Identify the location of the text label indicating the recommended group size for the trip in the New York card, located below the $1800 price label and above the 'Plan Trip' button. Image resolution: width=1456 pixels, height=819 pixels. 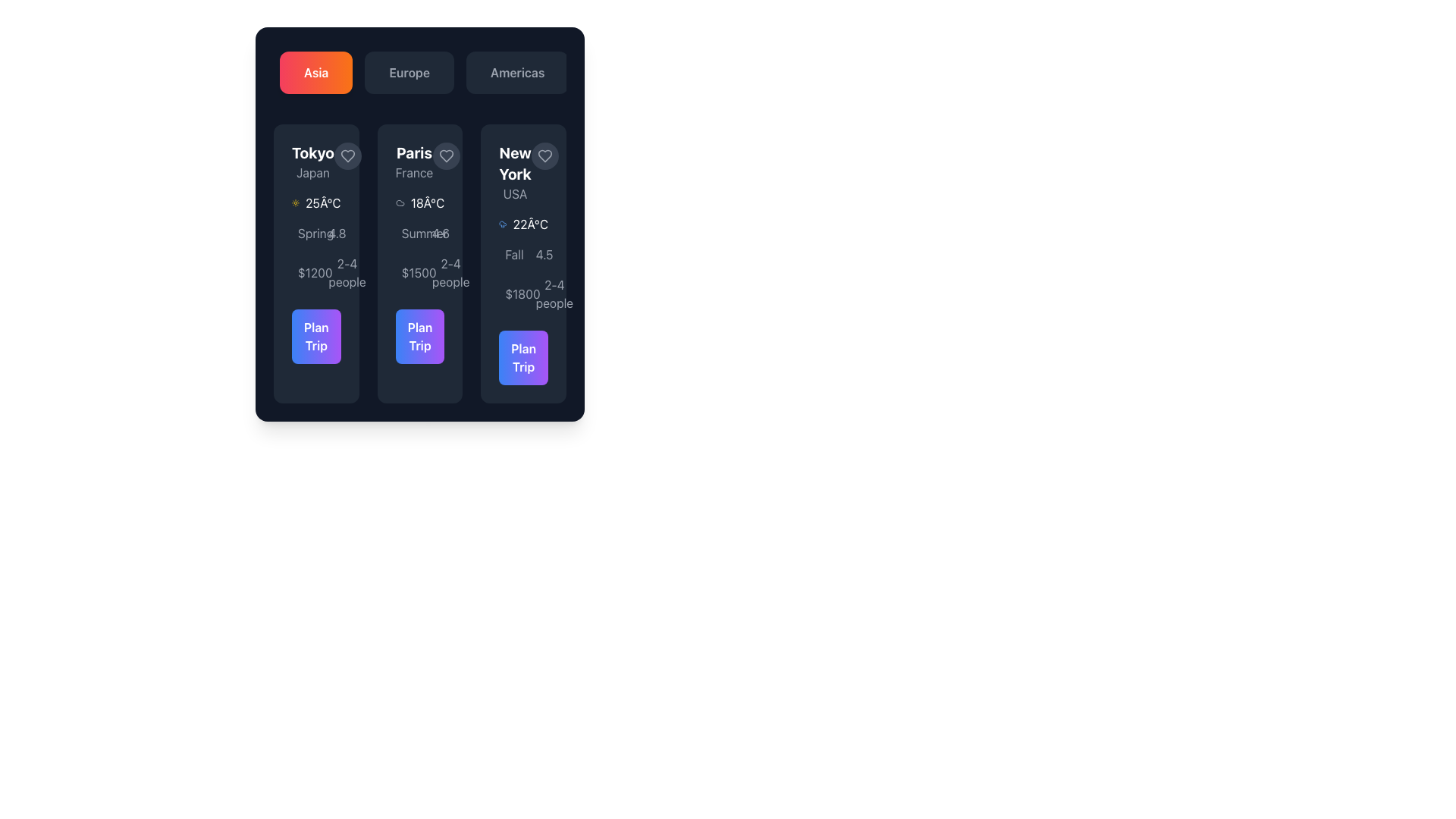
(554, 294).